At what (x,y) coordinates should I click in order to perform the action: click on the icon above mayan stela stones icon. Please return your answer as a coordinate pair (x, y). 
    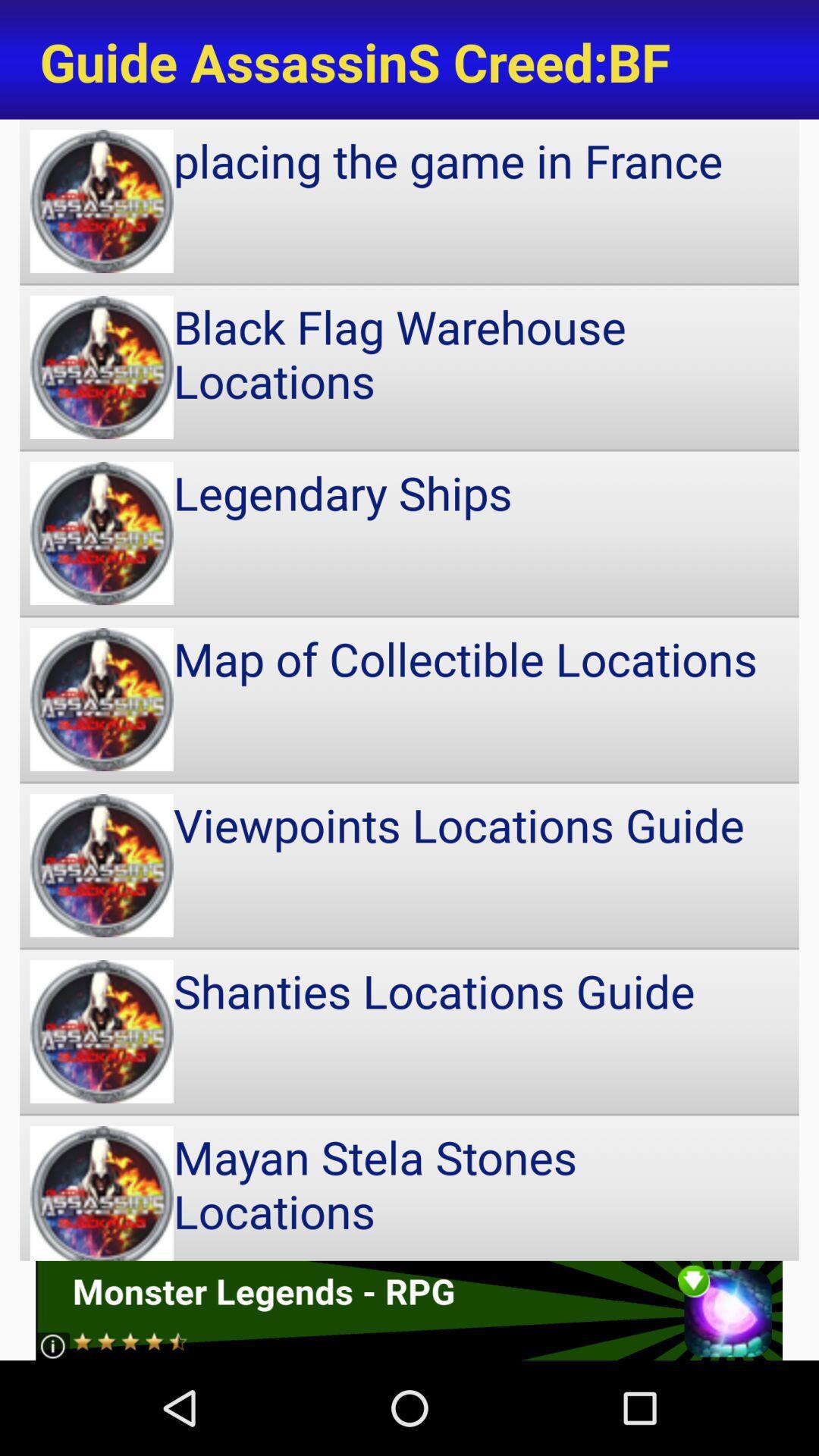
    Looking at the image, I should click on (409, 1031).